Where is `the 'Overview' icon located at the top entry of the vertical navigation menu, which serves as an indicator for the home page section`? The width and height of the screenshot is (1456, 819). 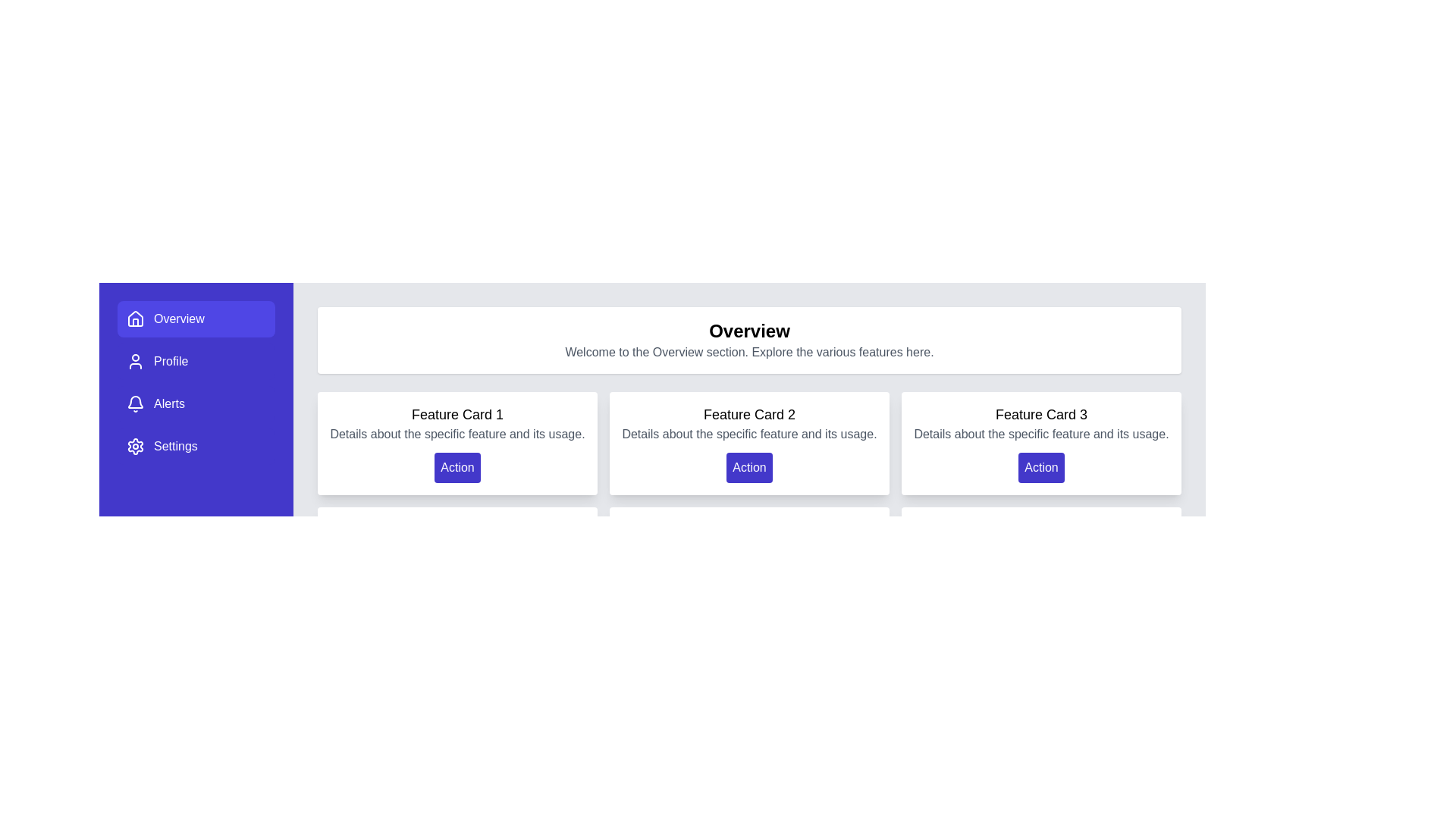 the 'Overview' icon located at the top entry of the vertical navigation menu, which serves as an indicator for the home page section is located at coordinates (135, 318).